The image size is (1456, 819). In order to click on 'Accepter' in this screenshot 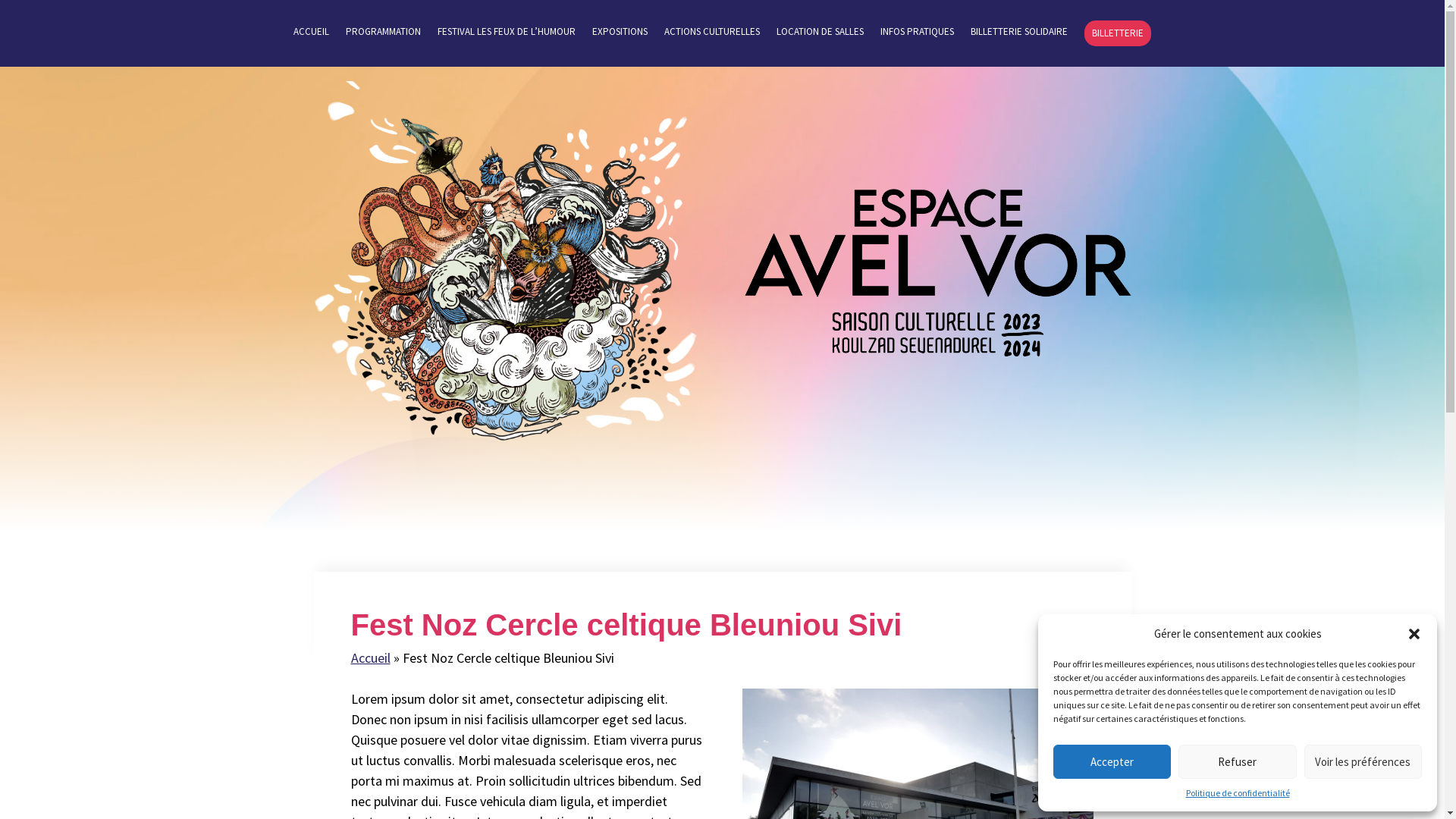, I will do `click(1112, 761)`.